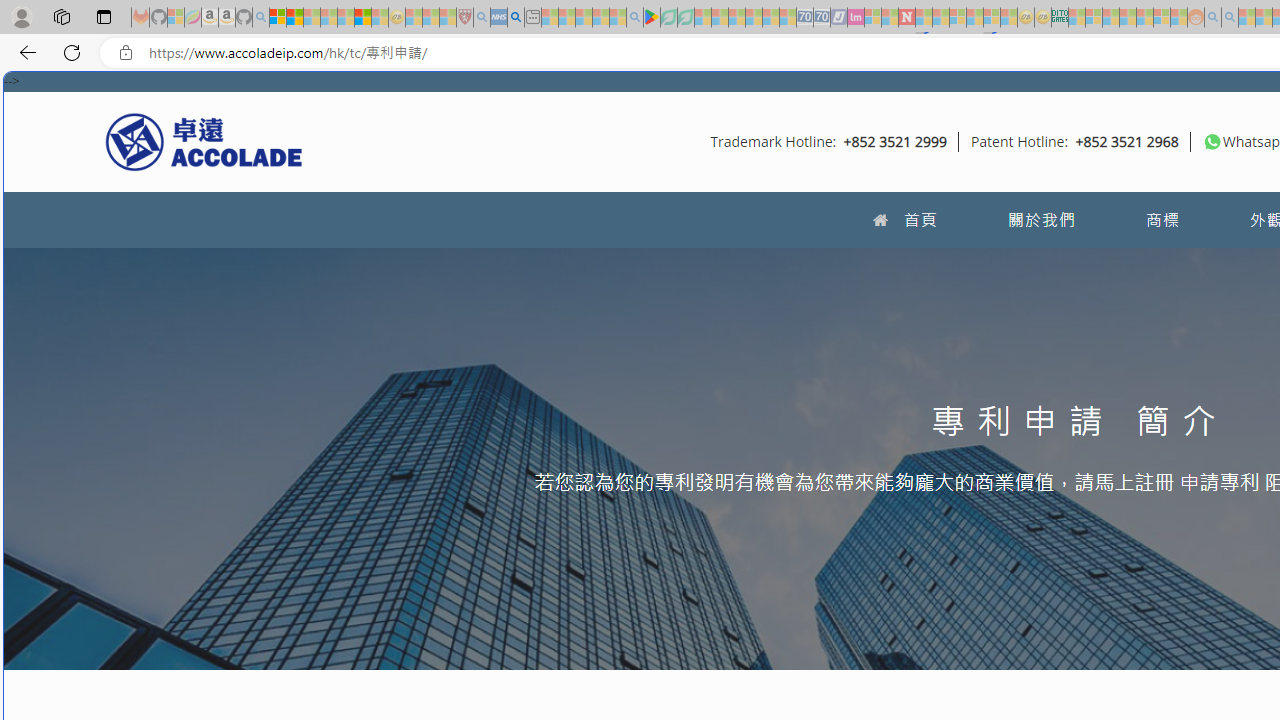 The image size is (1280, 720). What do you see at coordinates (855, 17) in the screenshot?
I see `'Jobs - lastminute.com Investor Portal - Sleeping'` at bounding box center [855, 17].